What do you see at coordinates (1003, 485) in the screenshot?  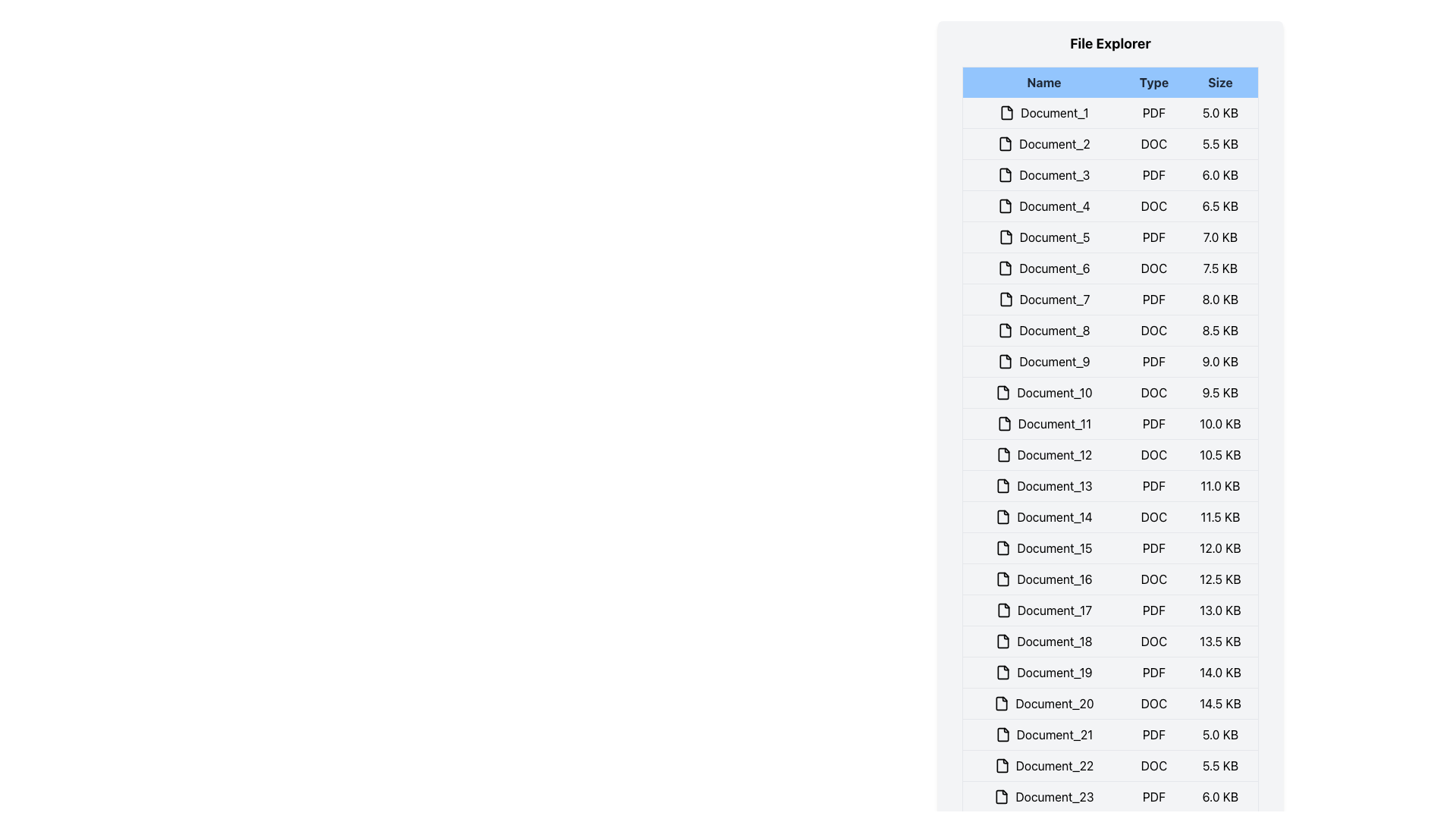 I see `the icon representing the file associated with 'Document_13' in the file explorer, located in the leftmost column of the table` at bounding box center [1003, 485].